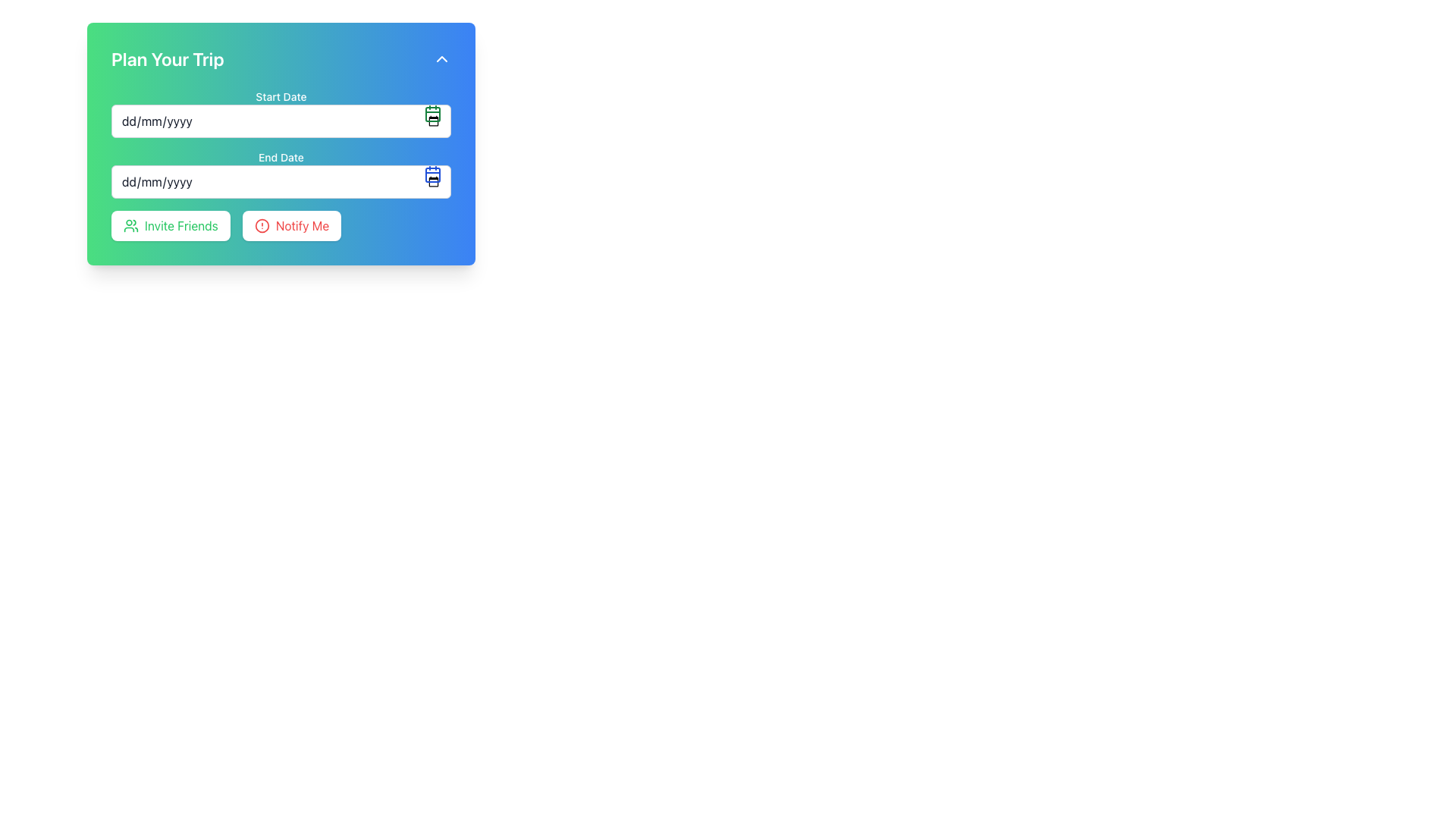  What do you see at coordinates (441, 58) in the screenshot?
I see `the downward-pointing chevron icon button located within a blue circular button at the top-right corner of the 'Plan Your Trip' card` at bounding box center [441, 58].